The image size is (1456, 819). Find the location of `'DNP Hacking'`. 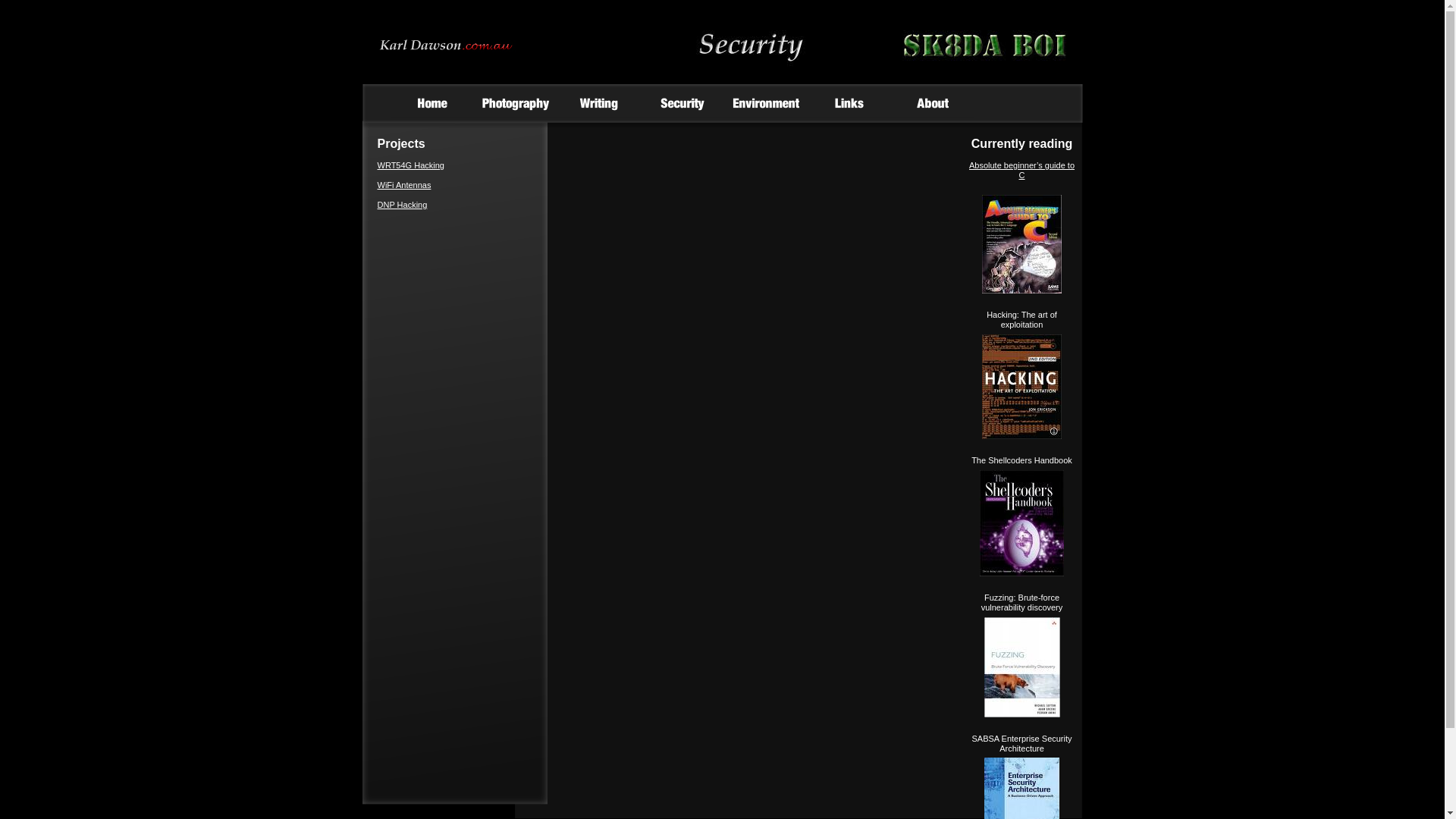

'DNP Hacking' is located at coordinates (403, 205).